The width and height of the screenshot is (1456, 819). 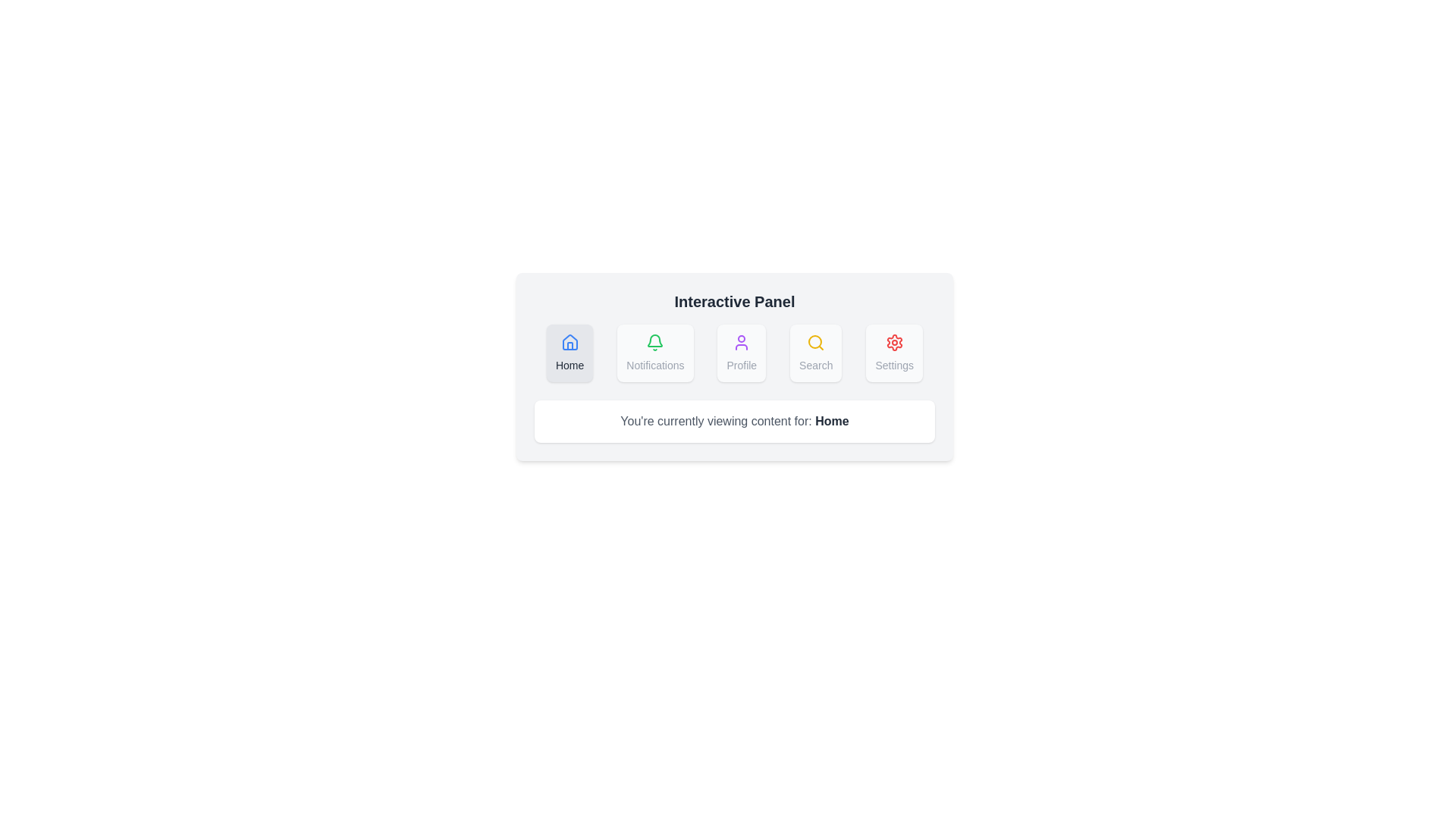 I want to click on the bold text label reading 'Home' located beneath the interactive panel, part of the sentence 'You're currently viewing content for: Home', so click(x=831, y=421).